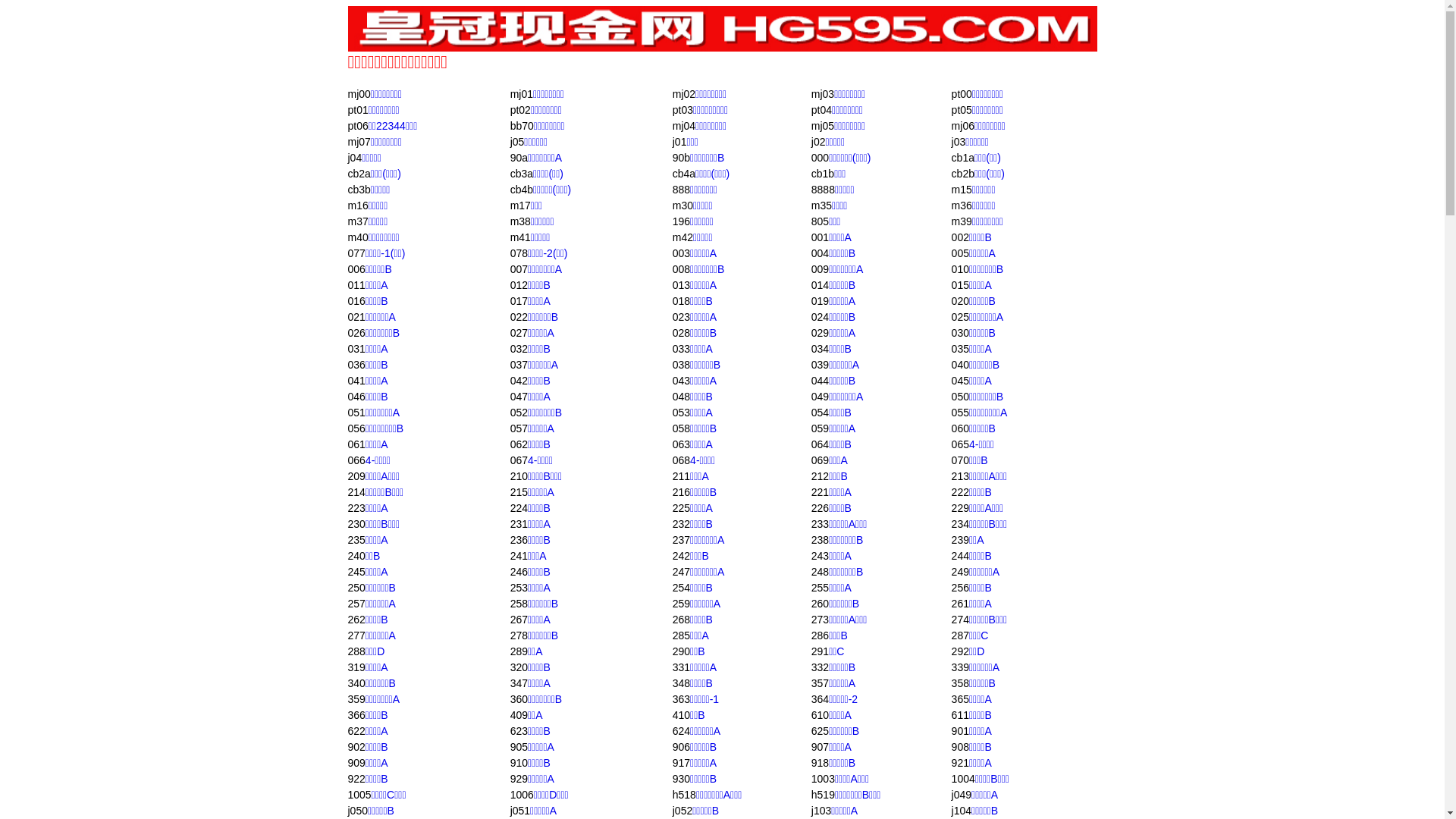  Describe the element at coordinates (520, 809) in the screenshot. I see `'j051'` at that location.